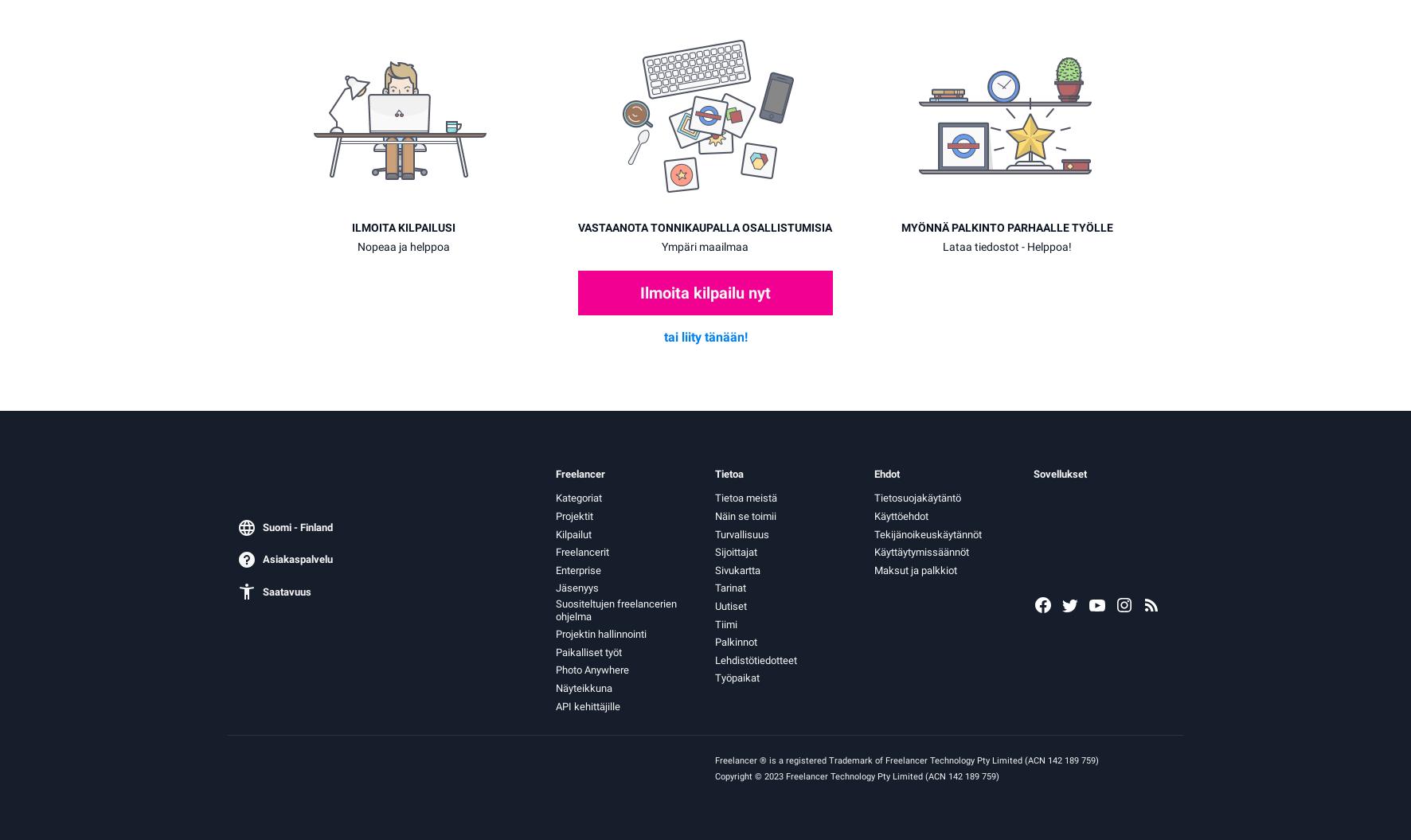 The width and height of the screenshot is (1411, 840). Describe the element at coordinates (737, 569) in the screenshot. I see `'Sivukartta'` at that location.